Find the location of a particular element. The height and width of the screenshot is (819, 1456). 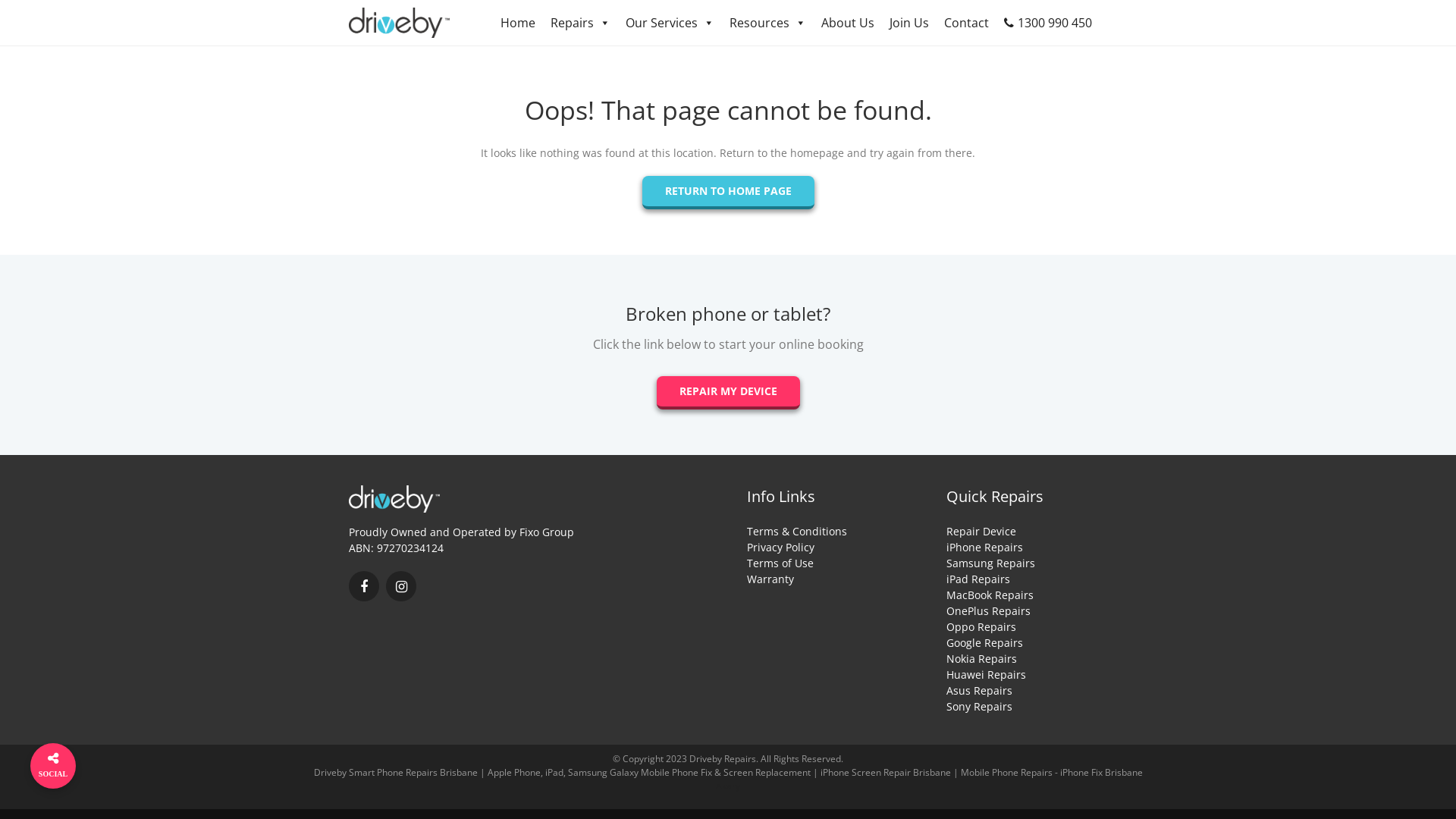

'RETURN TO HOME PAGE' is located at coordinates (726, 192).